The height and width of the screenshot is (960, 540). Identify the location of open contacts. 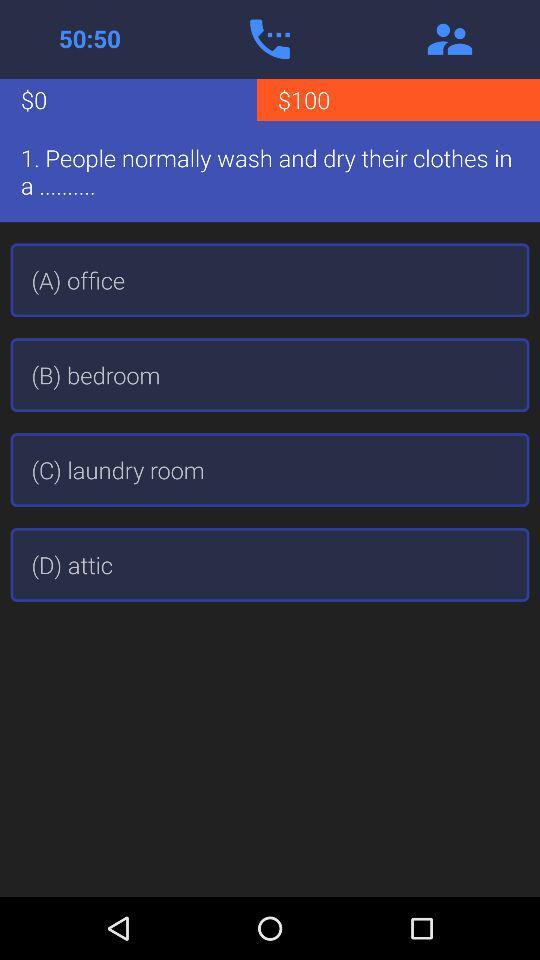
(449, 38).